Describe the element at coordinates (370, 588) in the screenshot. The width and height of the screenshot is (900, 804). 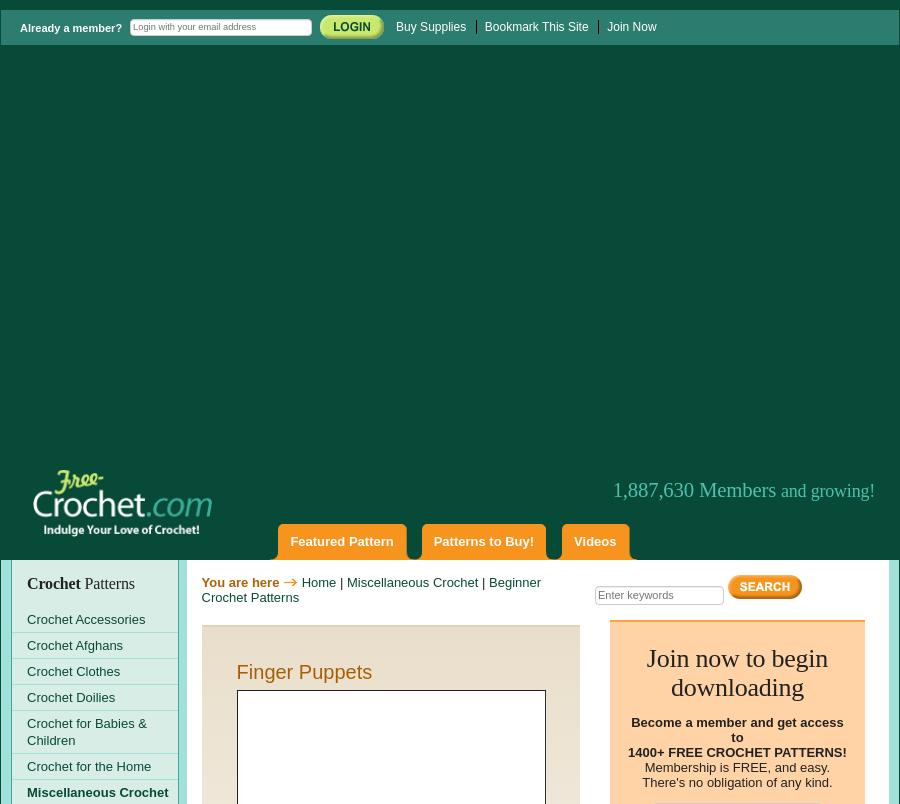
I see `'Beginner Crochet Patterns'` at that location.